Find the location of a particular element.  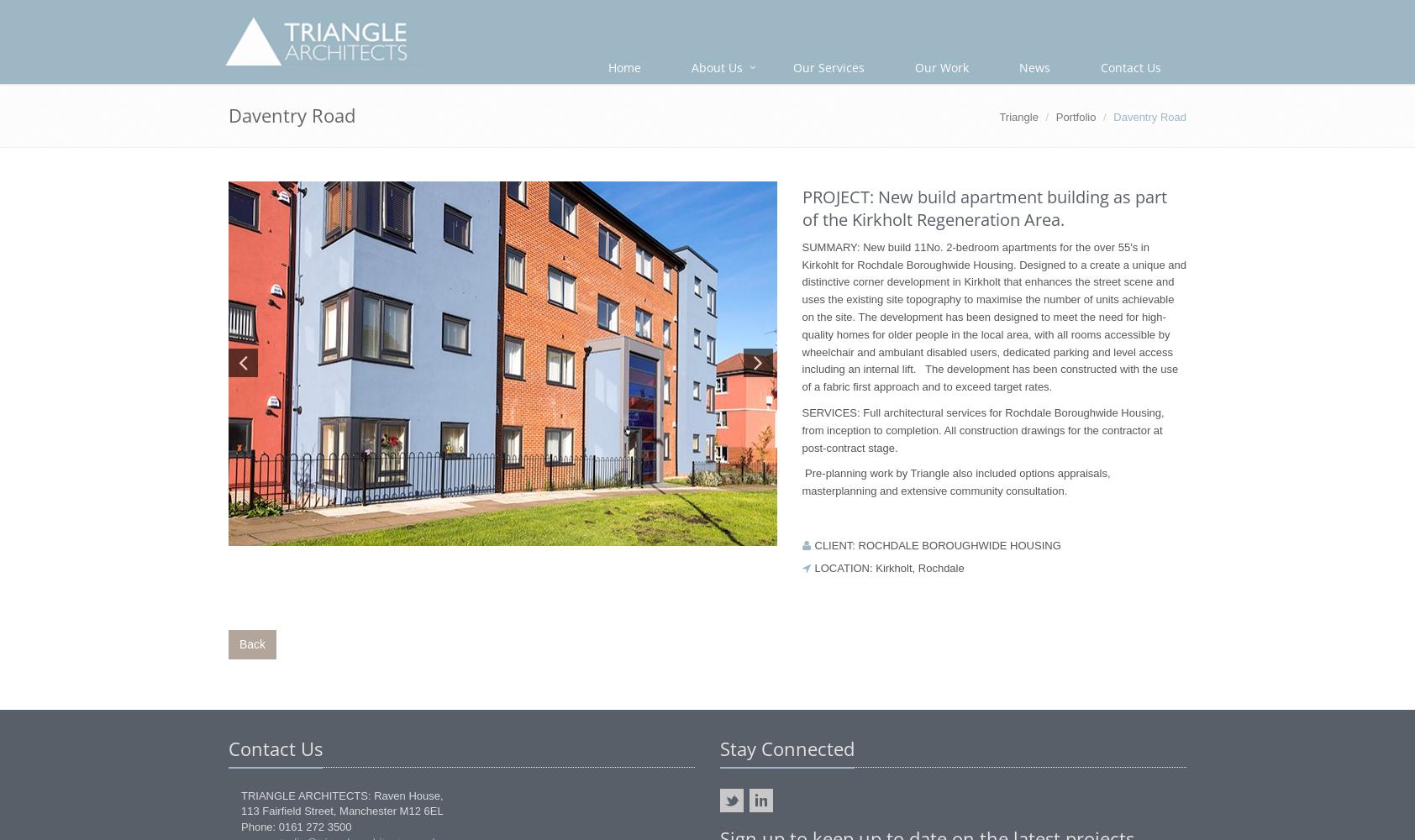

'Portfolio' is located at coordinates (1055, 117).